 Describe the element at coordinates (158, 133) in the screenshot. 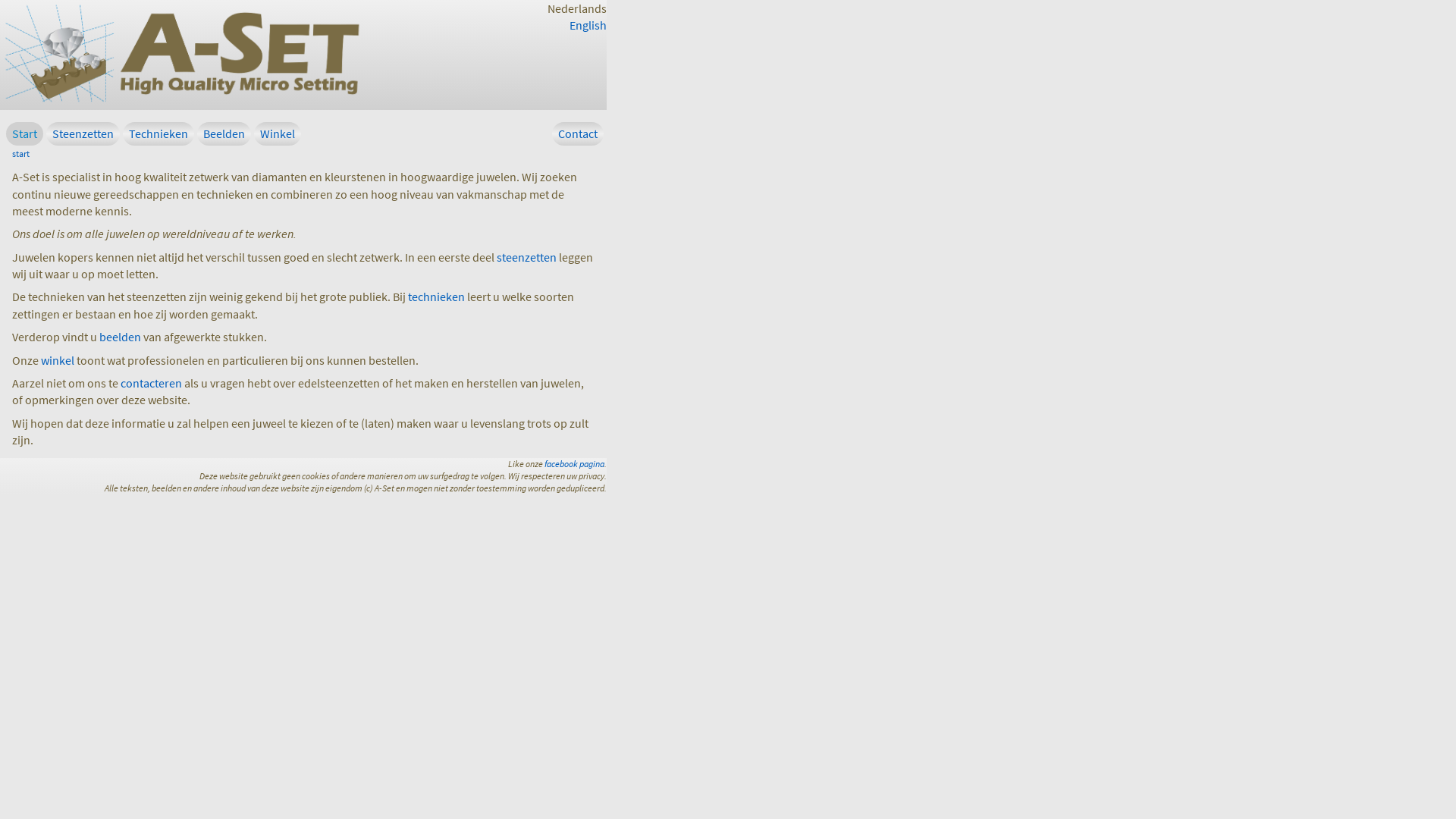

I see `'Technieken'` at that location.